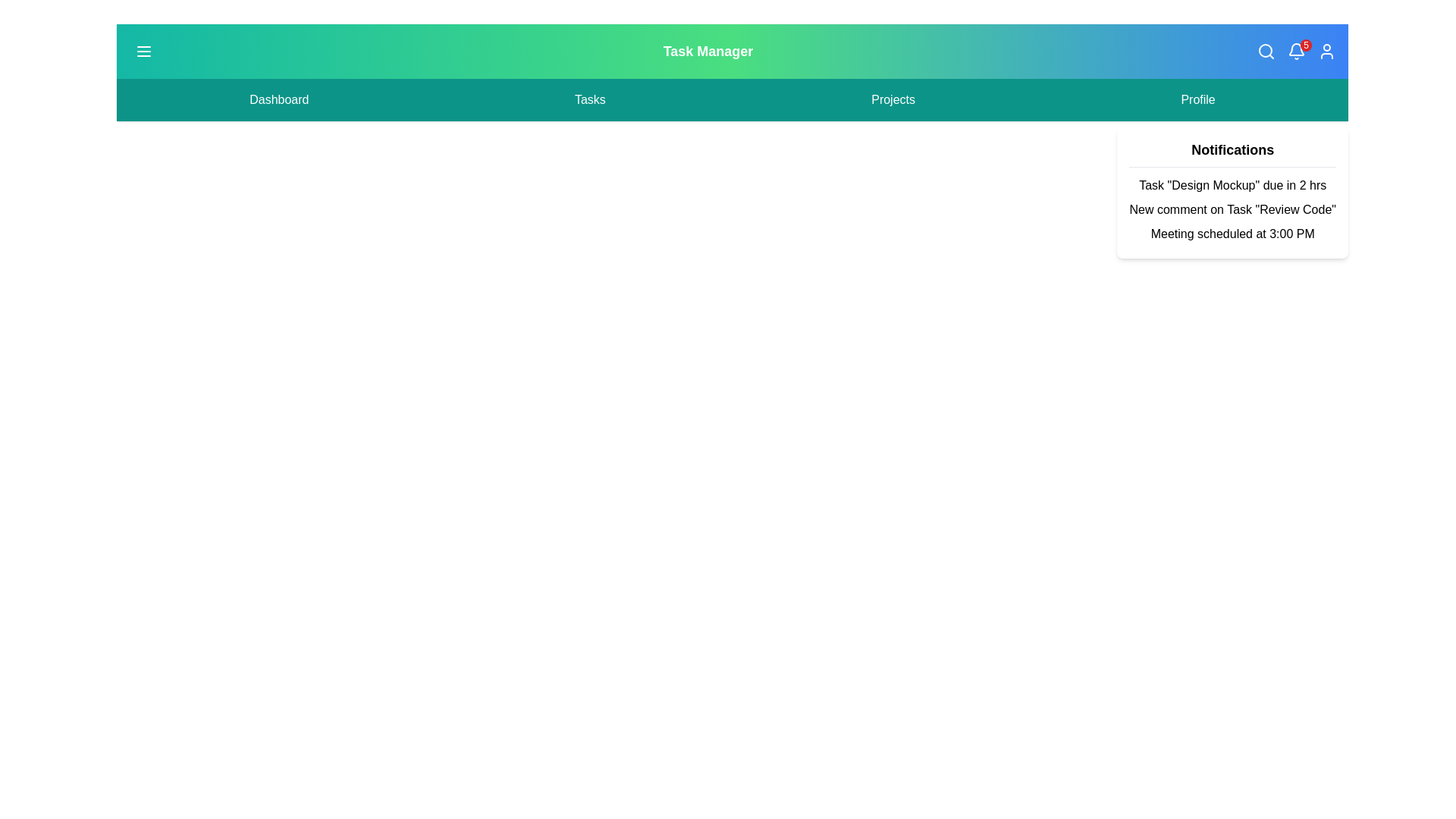 This screenshot has width=1456, height=819. What do you see at coordinates (1295, 51) in the screenshot?
I see `the notification bell to toggle the notifications panel` at bounding box center [1295, 51].